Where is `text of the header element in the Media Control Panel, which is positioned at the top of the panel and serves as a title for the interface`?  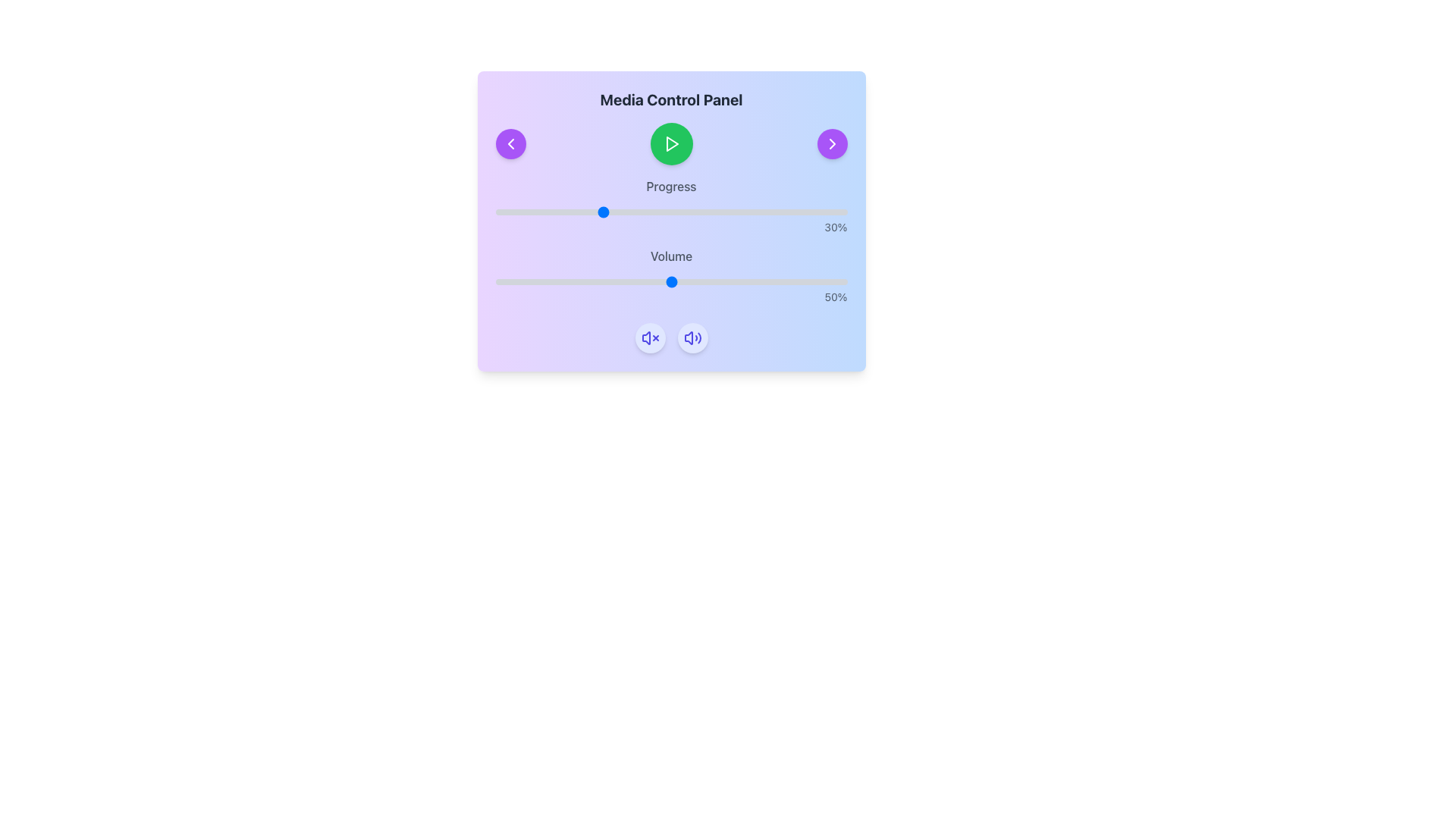 text of the header element in the Media Control Panel, which is positioned at the top of the panel and serves as a title for the interface is located at coordinates (670, 99).